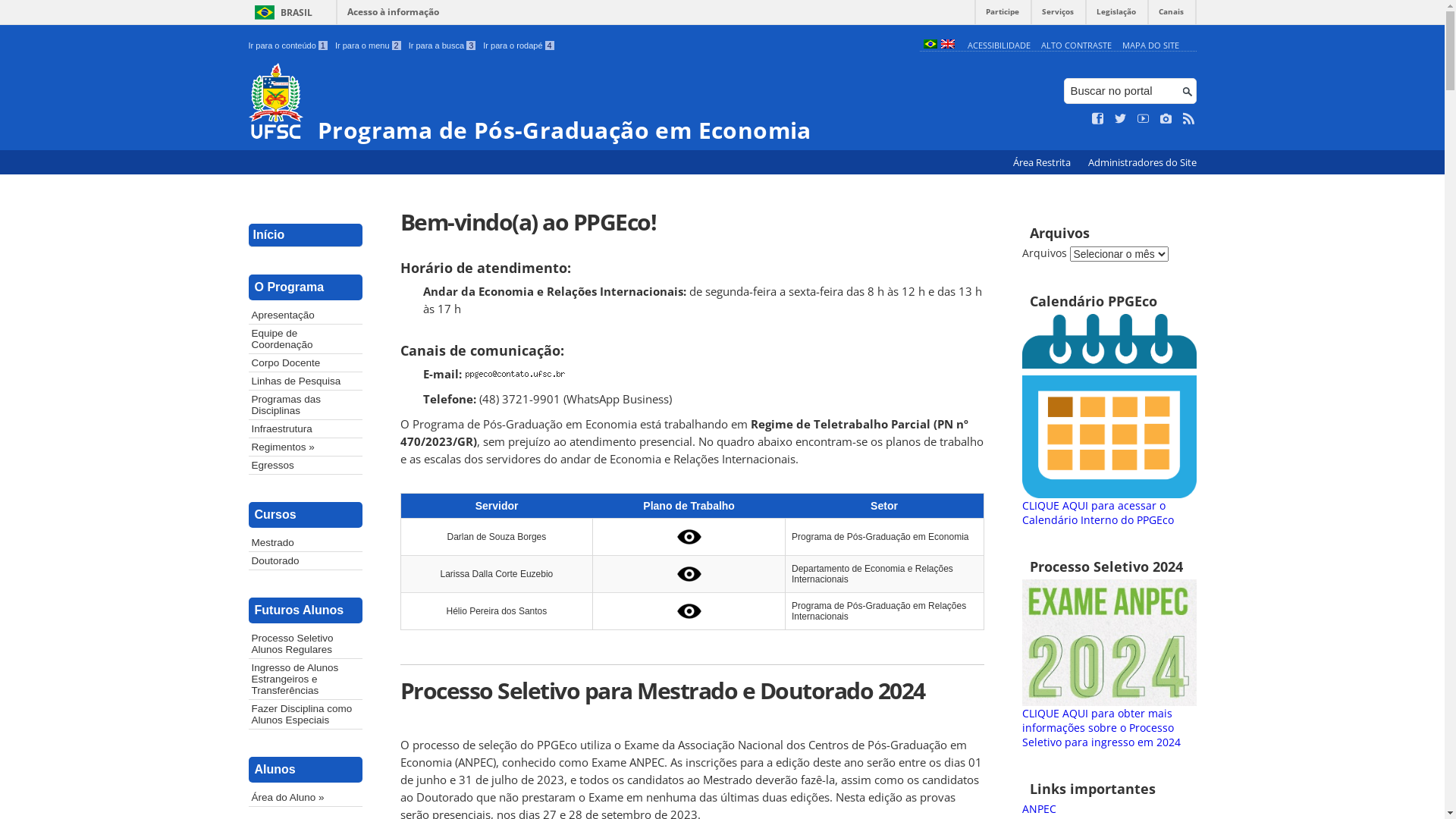  What do you see at coordinates (368, 45) in the screenshot?
I see `'Ir para o menu 2'` at bounding box center [368, 45].